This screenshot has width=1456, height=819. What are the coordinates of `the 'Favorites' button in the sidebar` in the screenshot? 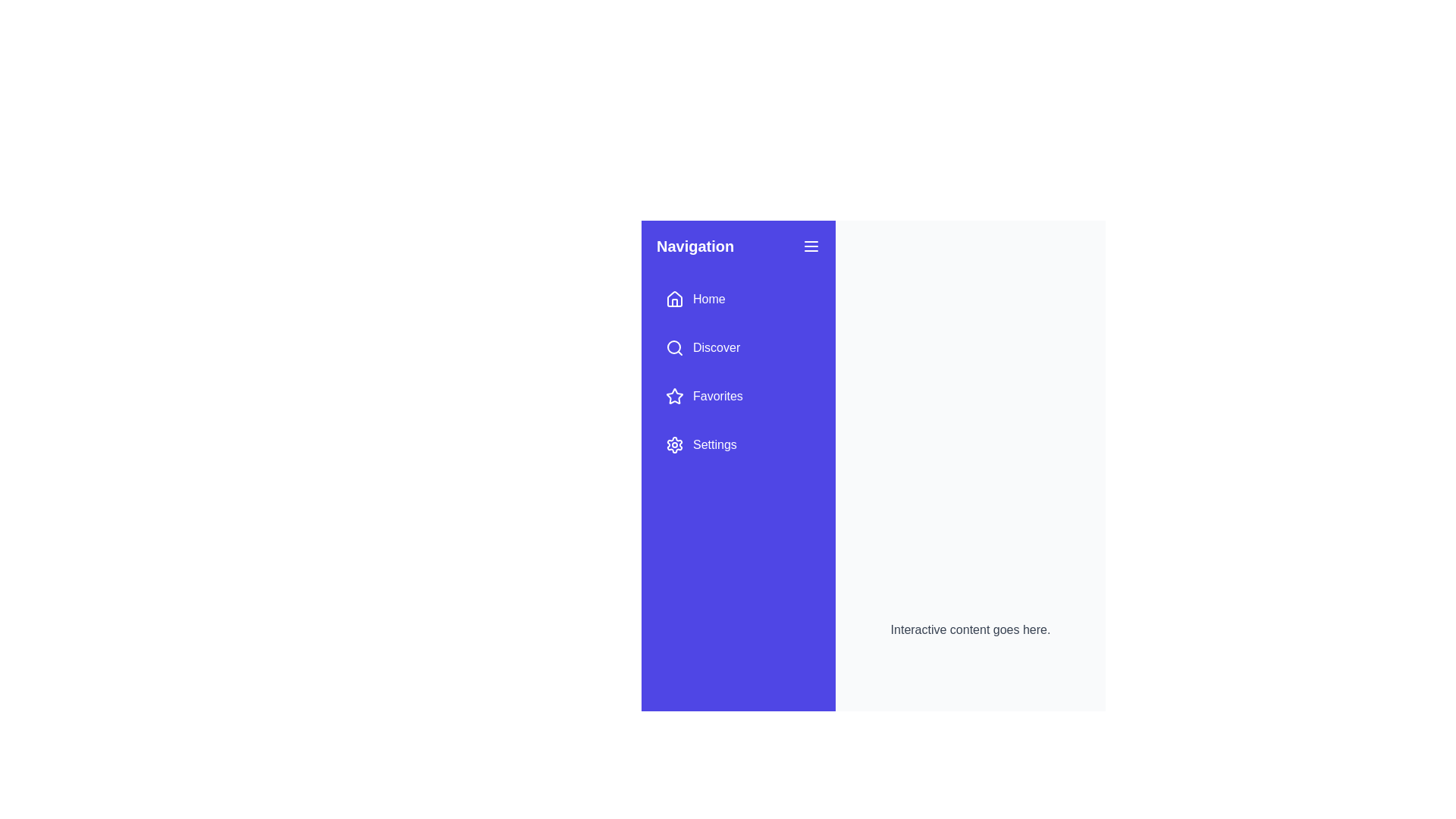 It's located at (702, 396).